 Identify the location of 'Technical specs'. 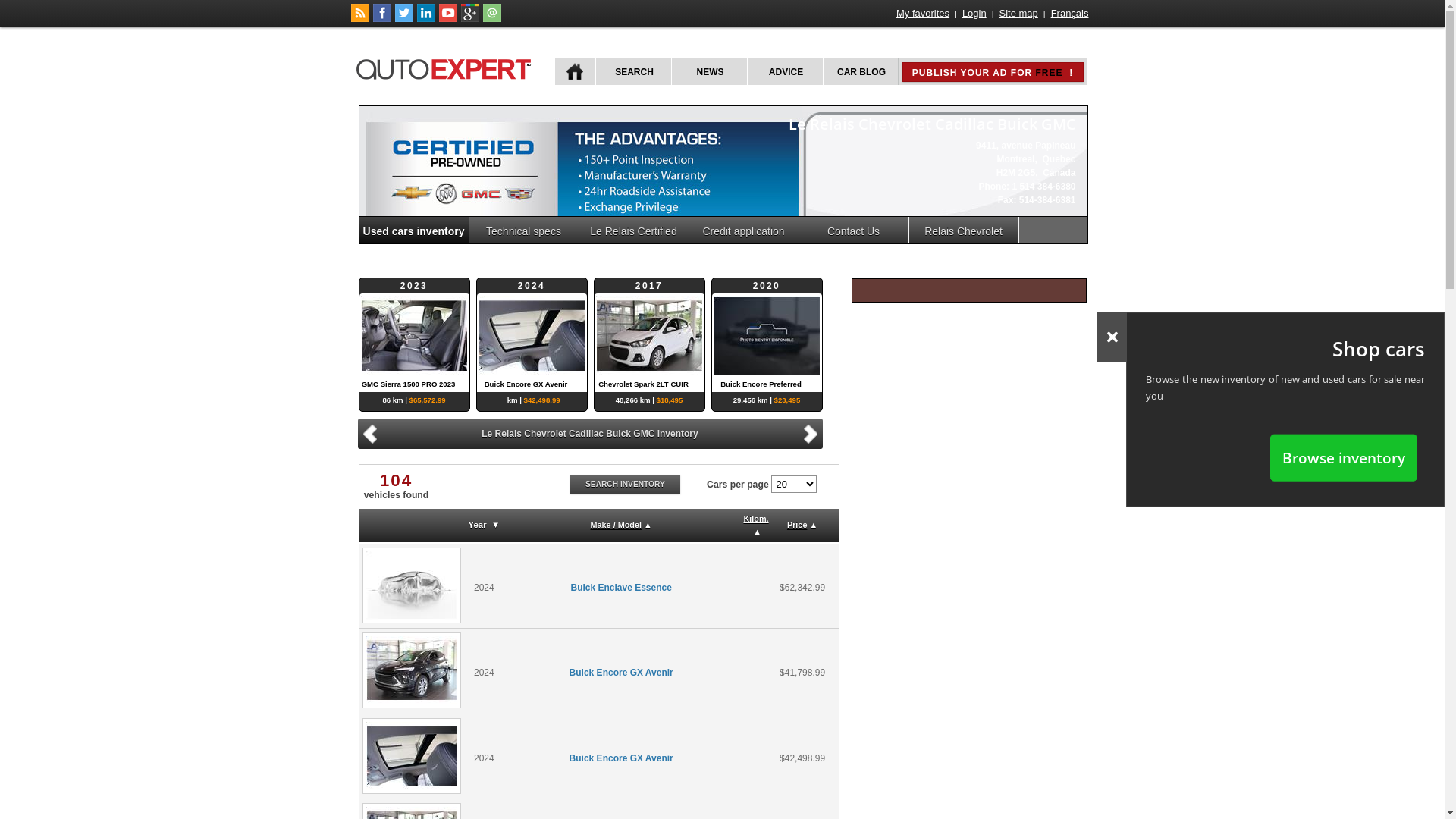
(523, 230).